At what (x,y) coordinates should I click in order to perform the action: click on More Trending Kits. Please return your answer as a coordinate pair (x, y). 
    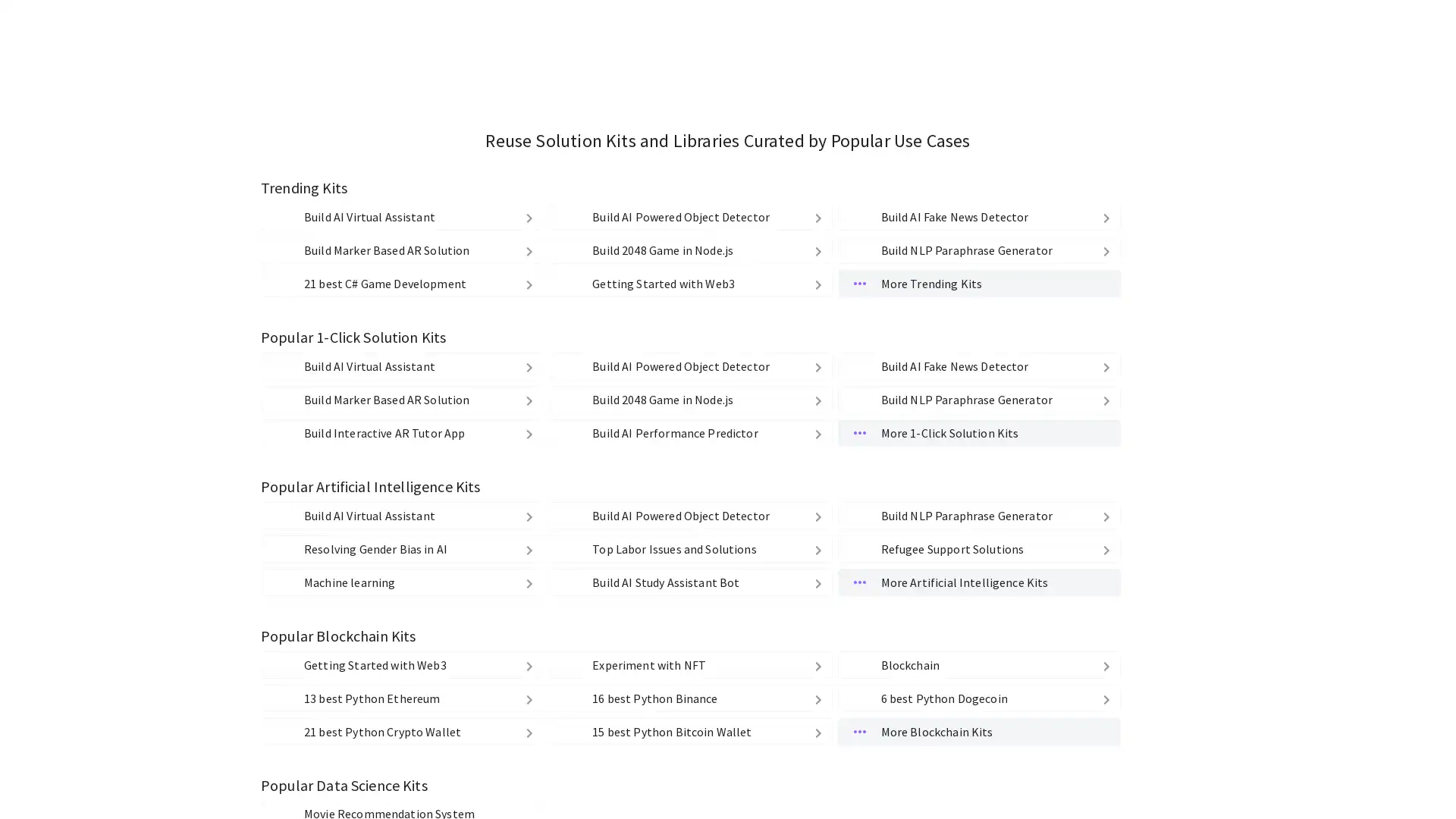
    Looking at the image, I should click on (978, 663).